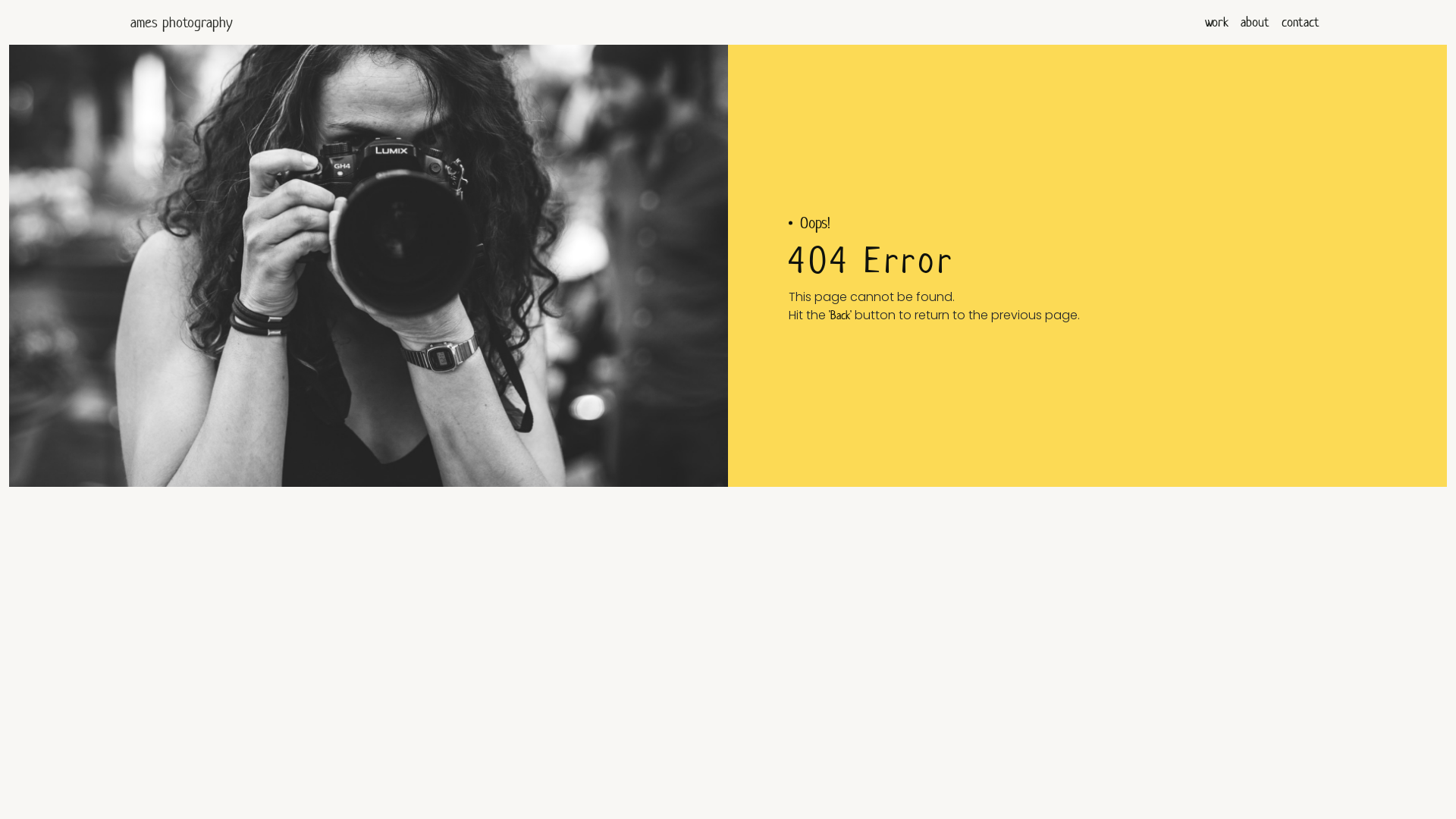 This screenshot has width=1456, height=819. I want to click on 'contact', so click(1299, 22).